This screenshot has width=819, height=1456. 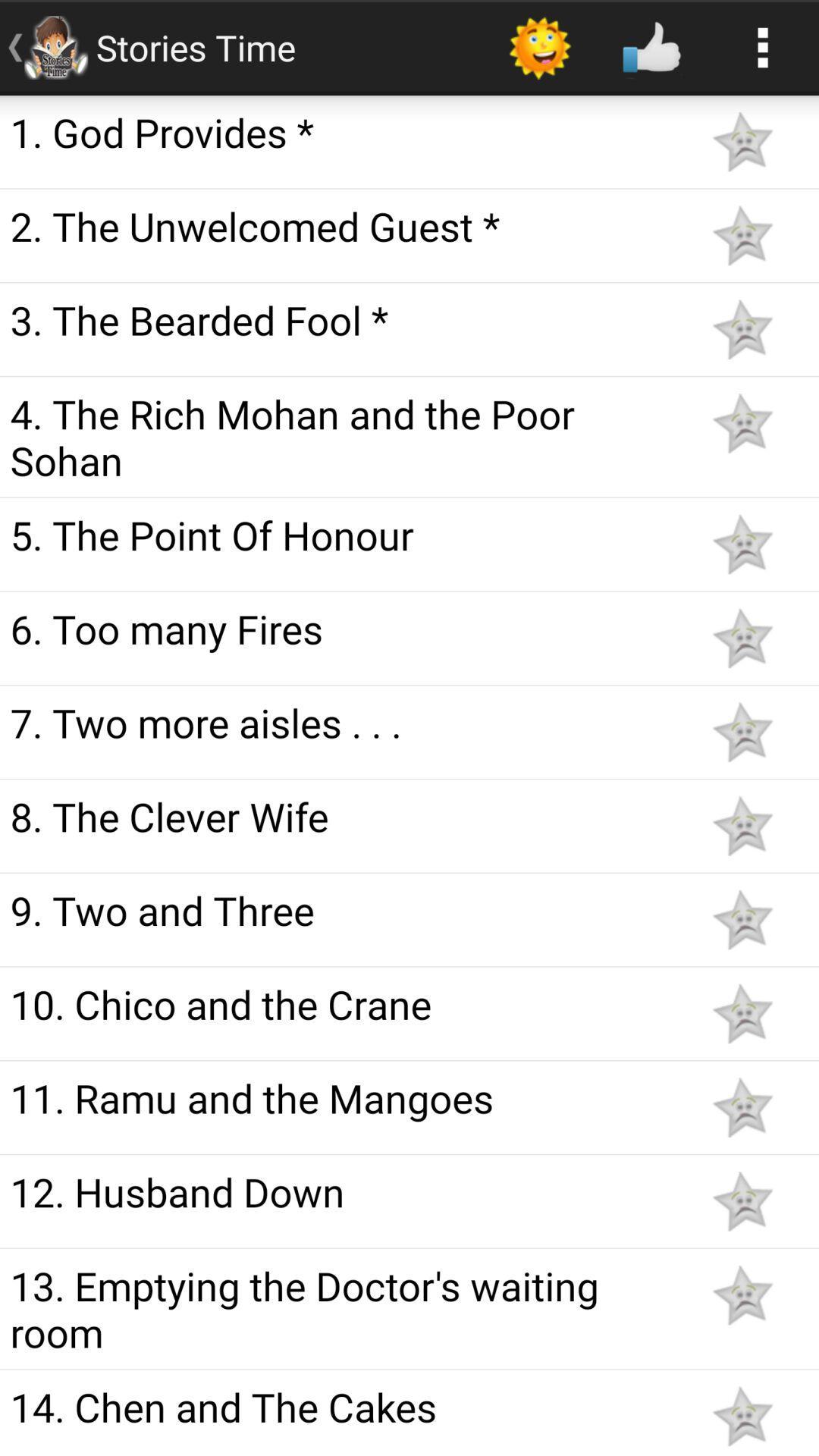 I want to click on like the article, so click(x=742, y=544).